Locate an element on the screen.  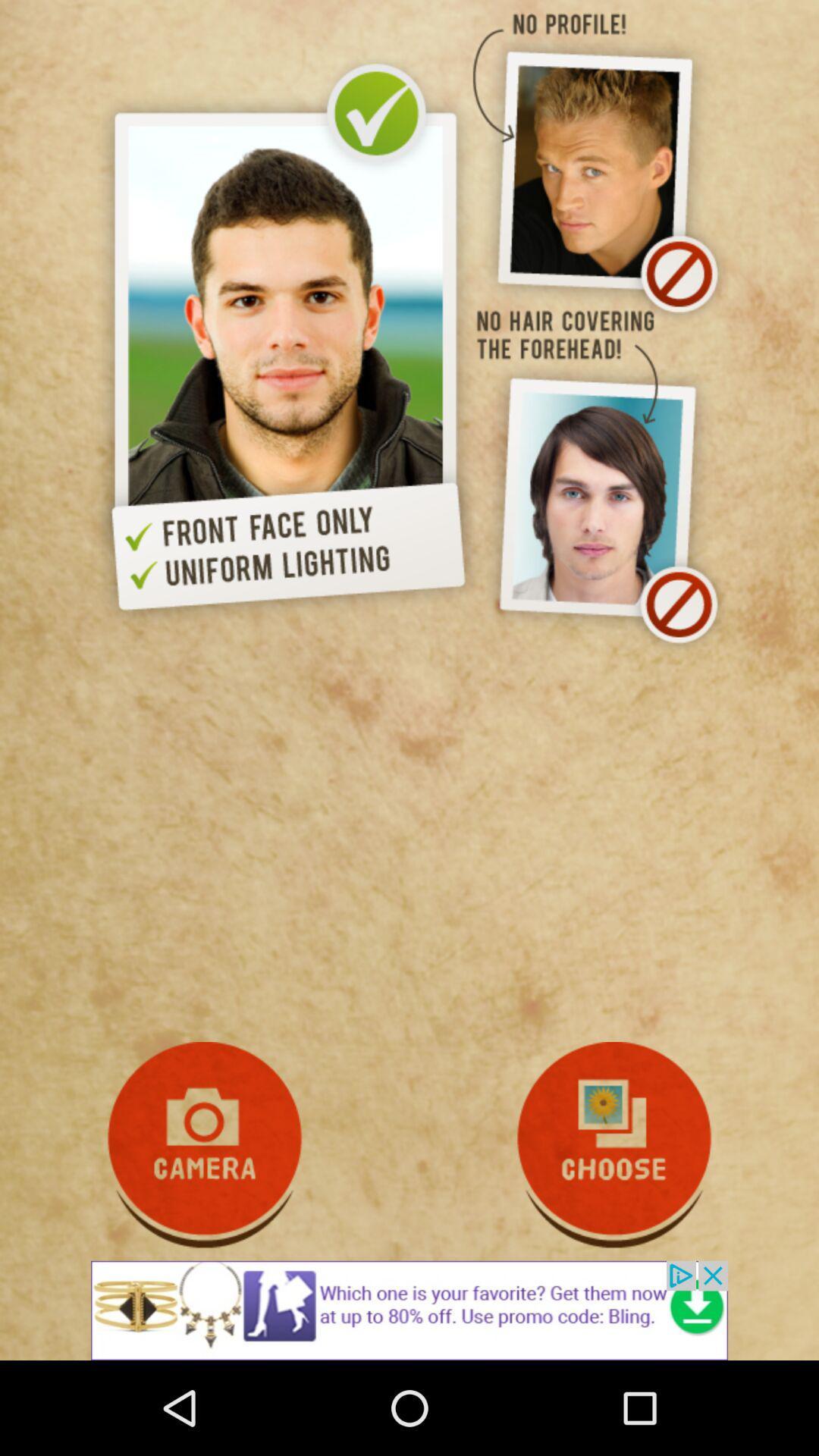
links to advertisement is located at coordinates (409, 1310).